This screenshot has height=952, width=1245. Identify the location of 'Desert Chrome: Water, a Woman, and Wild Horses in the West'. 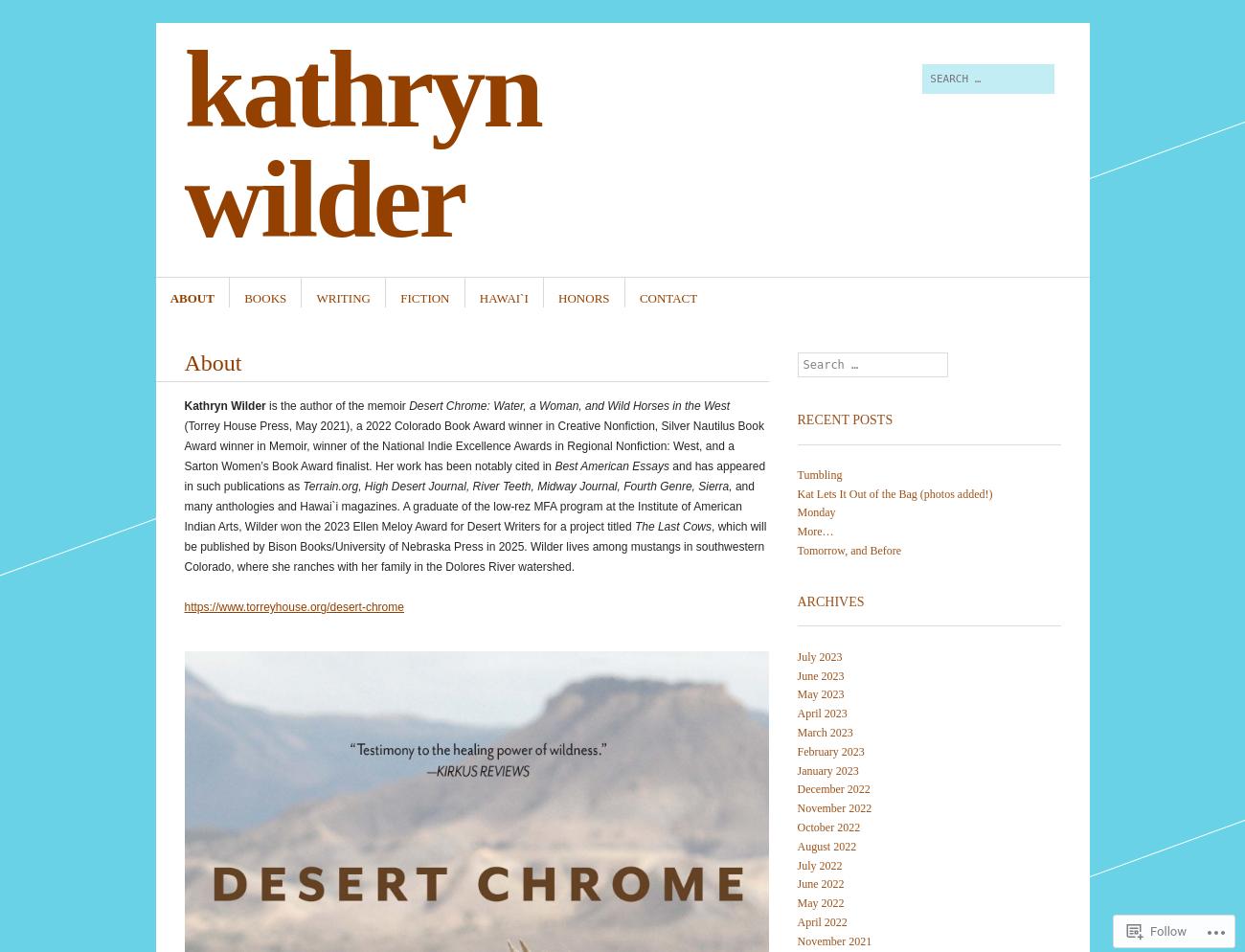
(568, 405).